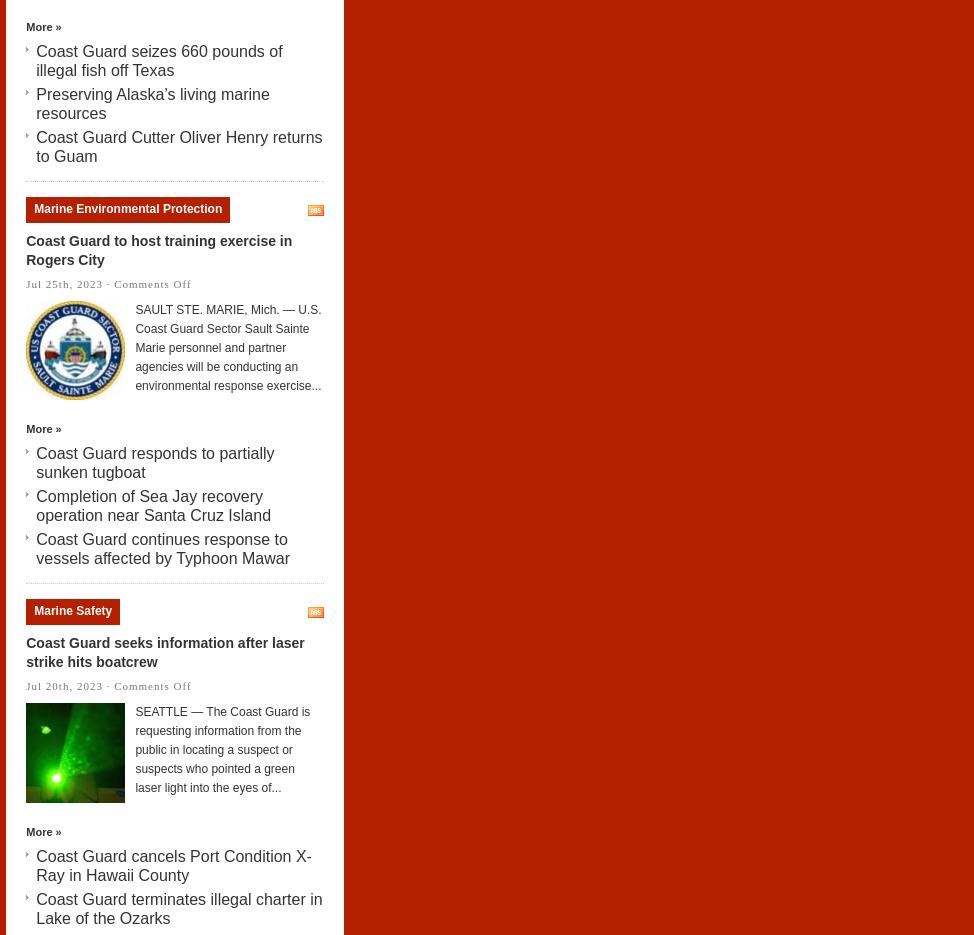  What do you see at coordinates (157, 60) in the screenshot?
I see `'Coast Guard seizes 660 pounds of illegal fish off Texas'` at bounding box center [157, 60].